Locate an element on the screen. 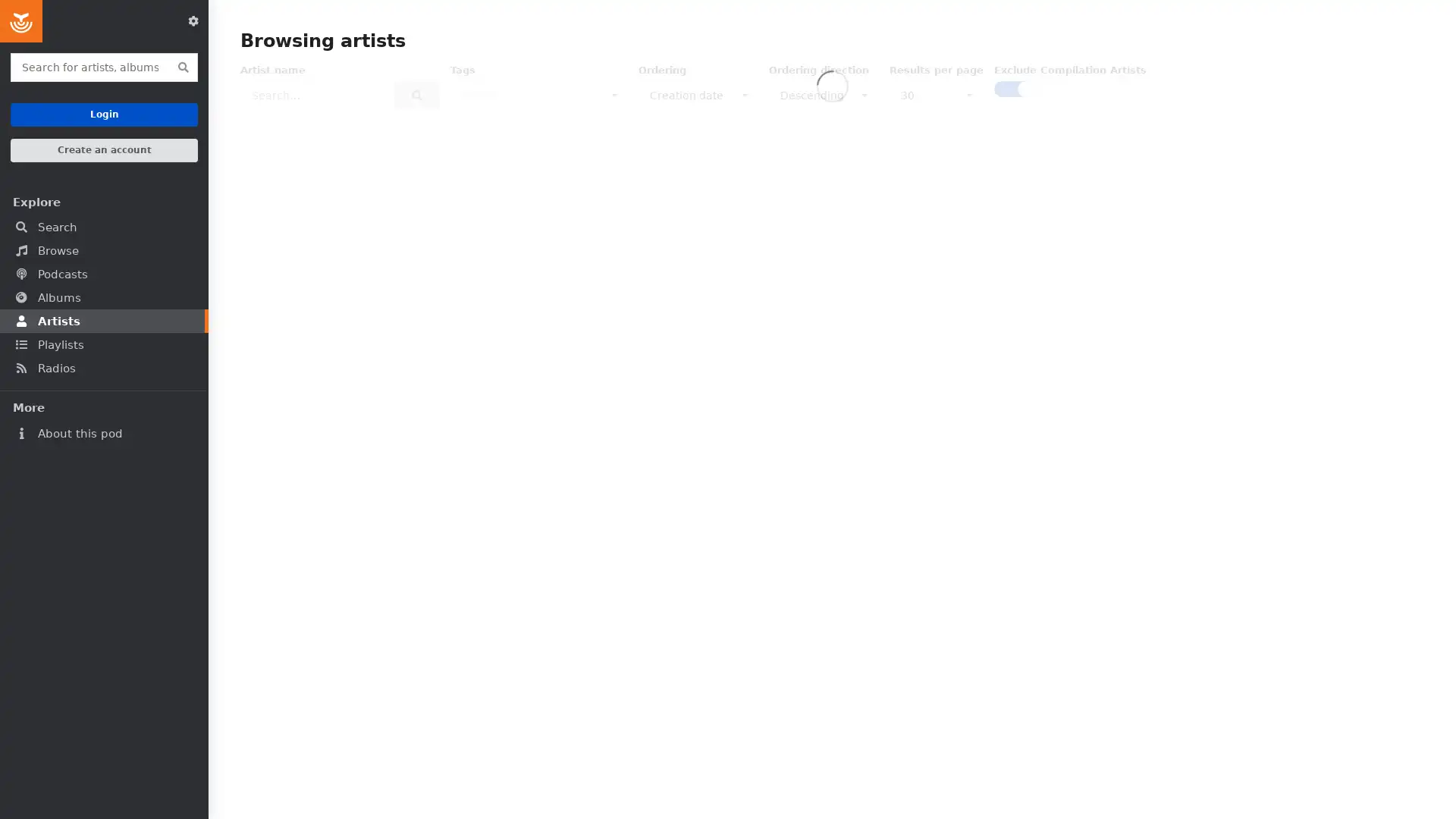 The width and height of the screenshot is (1456, 819). Play artist is located at coordinates (861, 522).